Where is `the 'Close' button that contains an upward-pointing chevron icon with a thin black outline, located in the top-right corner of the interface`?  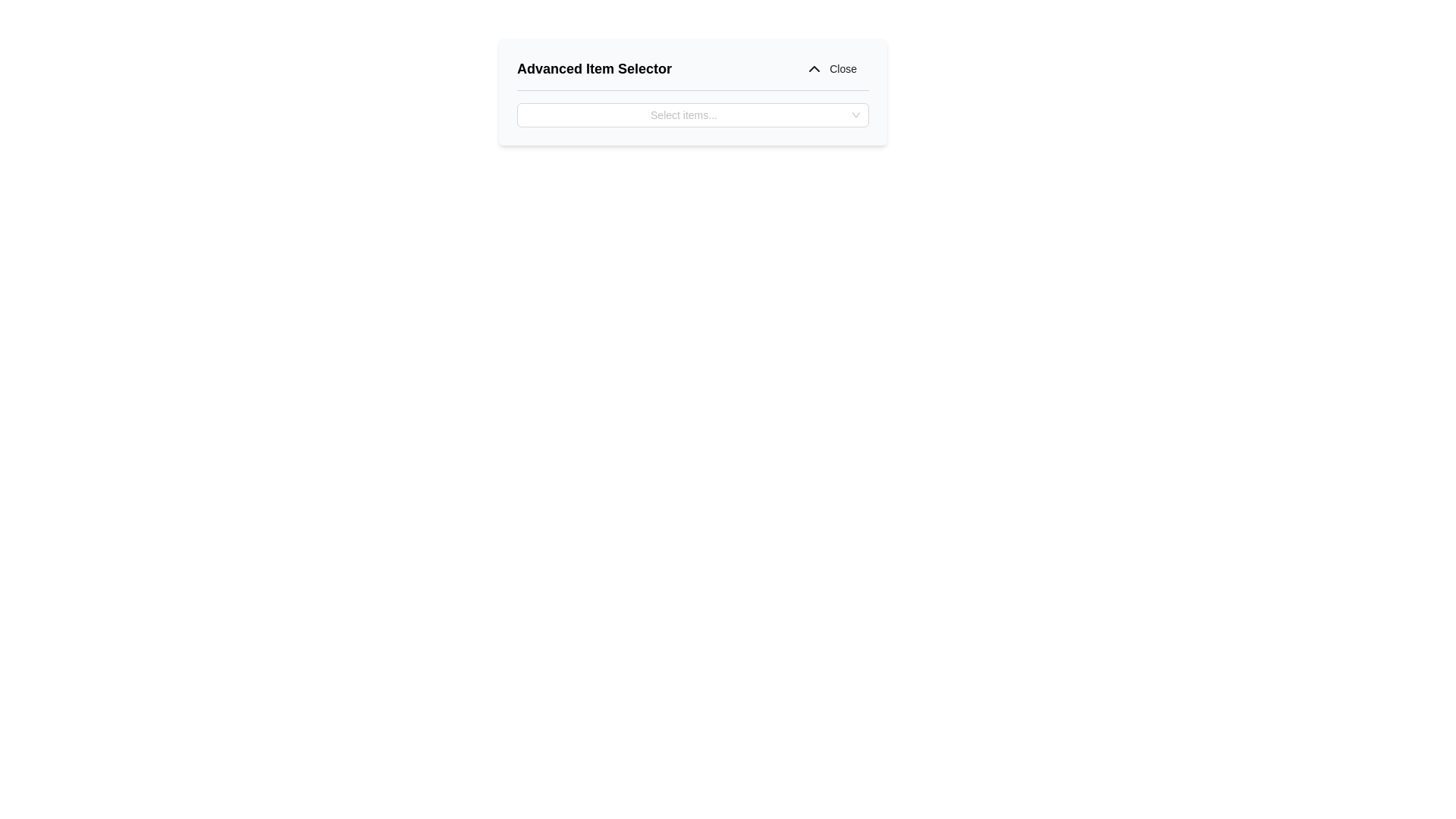
the 'Close' button that contains an upward-pointing chevron icon with a thin black outline, located in the top-right corner of the interface is located at coordinates (814, 69).